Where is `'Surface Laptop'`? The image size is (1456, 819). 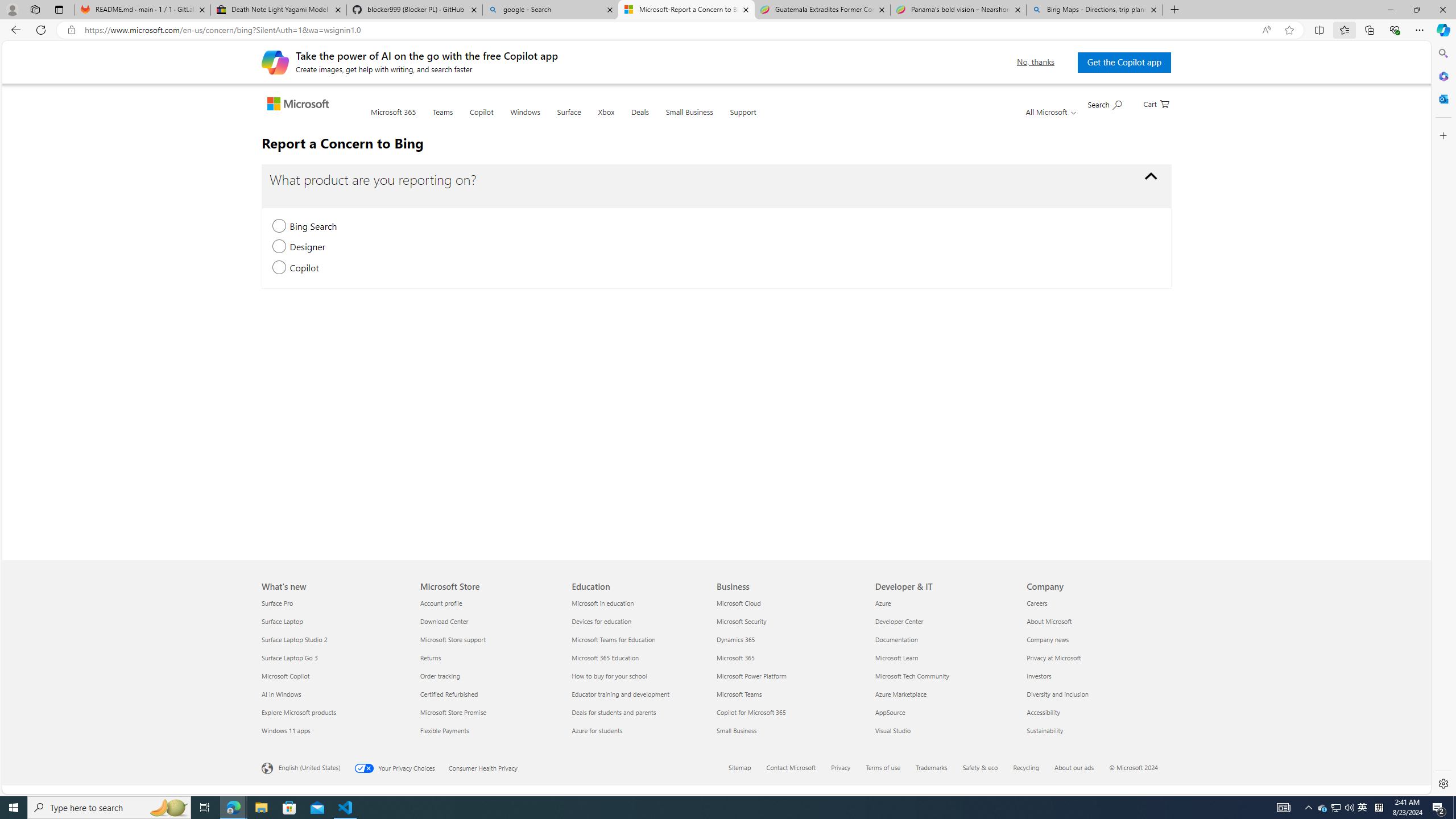
'Surface Laptop' is located at coordinates (334, 621).